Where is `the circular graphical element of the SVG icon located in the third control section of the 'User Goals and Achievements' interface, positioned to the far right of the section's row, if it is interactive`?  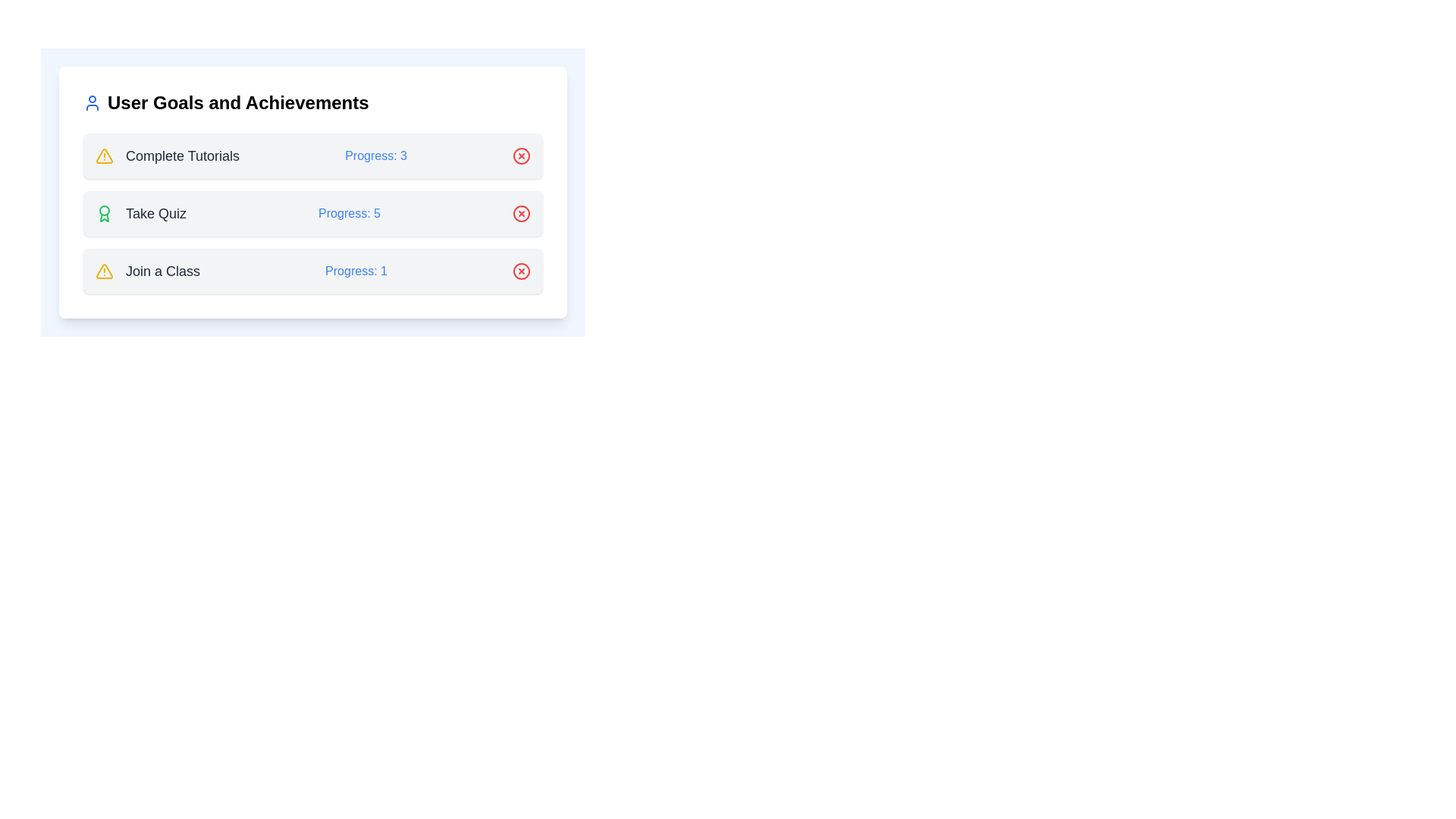
the circular graphical element of the SVG icon located in the third control section of the 'User Goals and Achievements' interface, positioned to the far right of the section's row, if it is interactive is located at coordinates (521, 213).